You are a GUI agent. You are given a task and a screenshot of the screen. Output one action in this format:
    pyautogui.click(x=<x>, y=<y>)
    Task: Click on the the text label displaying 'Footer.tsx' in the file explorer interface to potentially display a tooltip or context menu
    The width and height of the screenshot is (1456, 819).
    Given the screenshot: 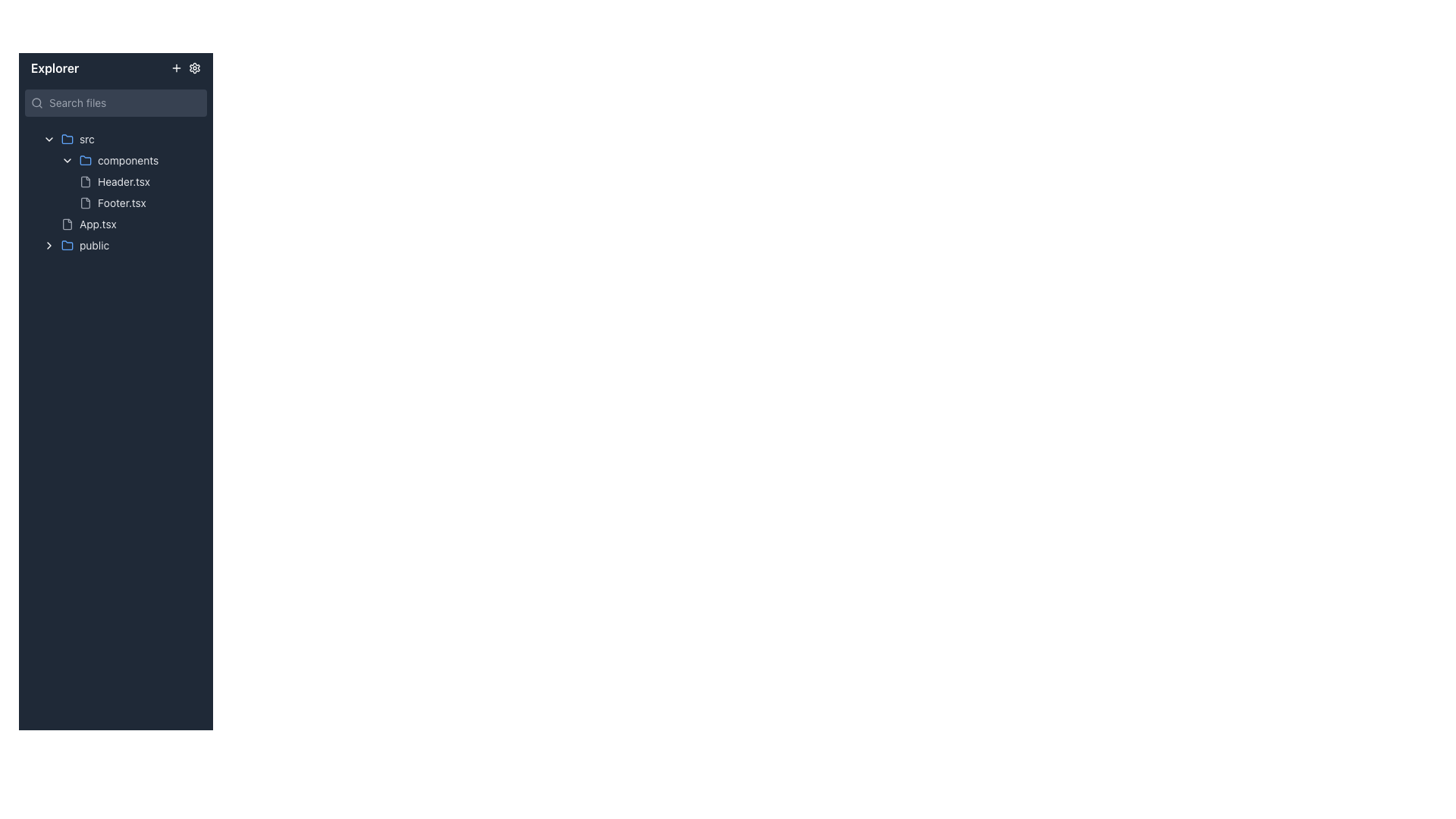 What is the action you would take?
    pyautogui.click(x=121, y=202)
    